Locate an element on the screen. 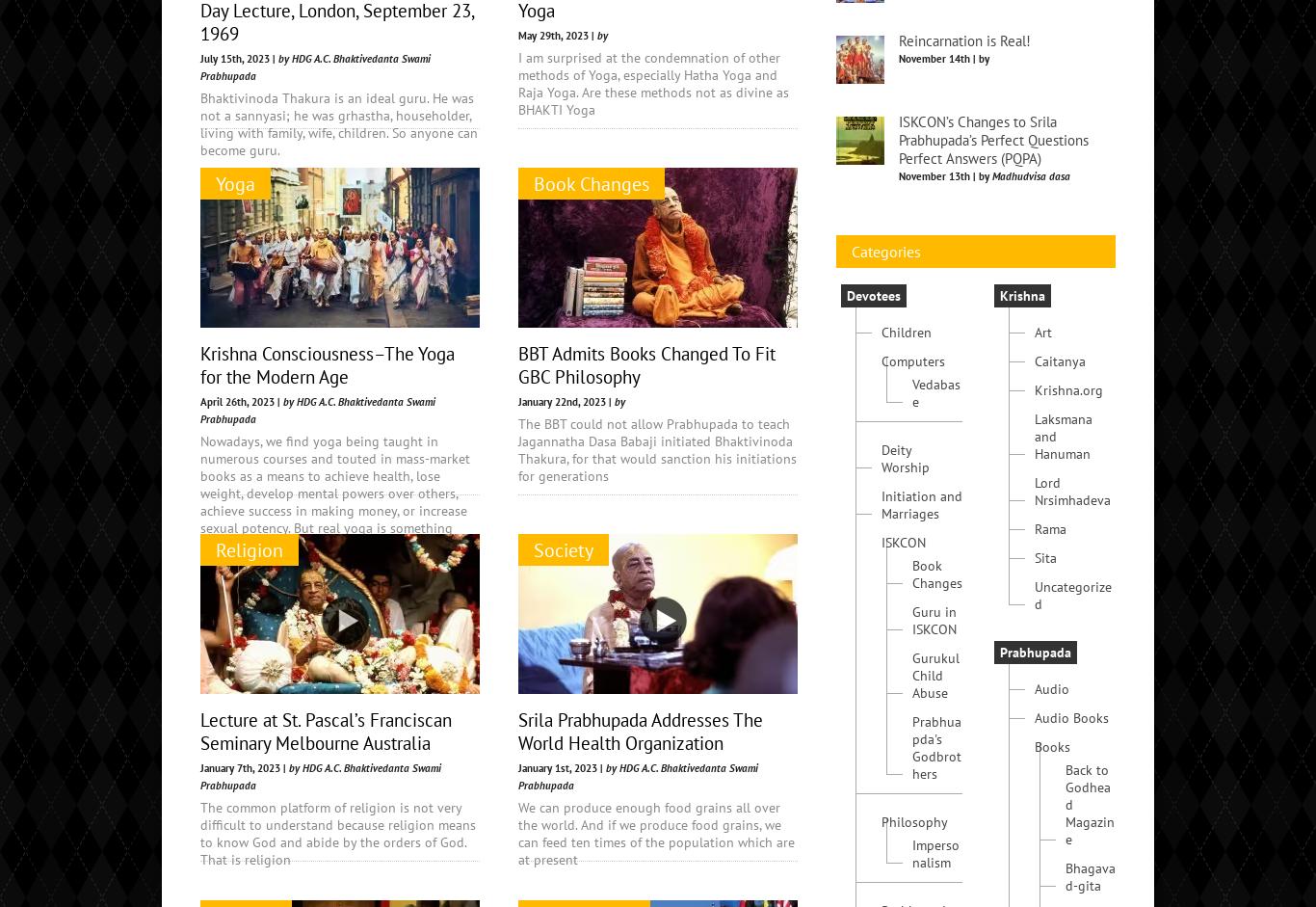 This screenshot has width=1316, height=907. 'Categories' is located at coordinates (886, 395).